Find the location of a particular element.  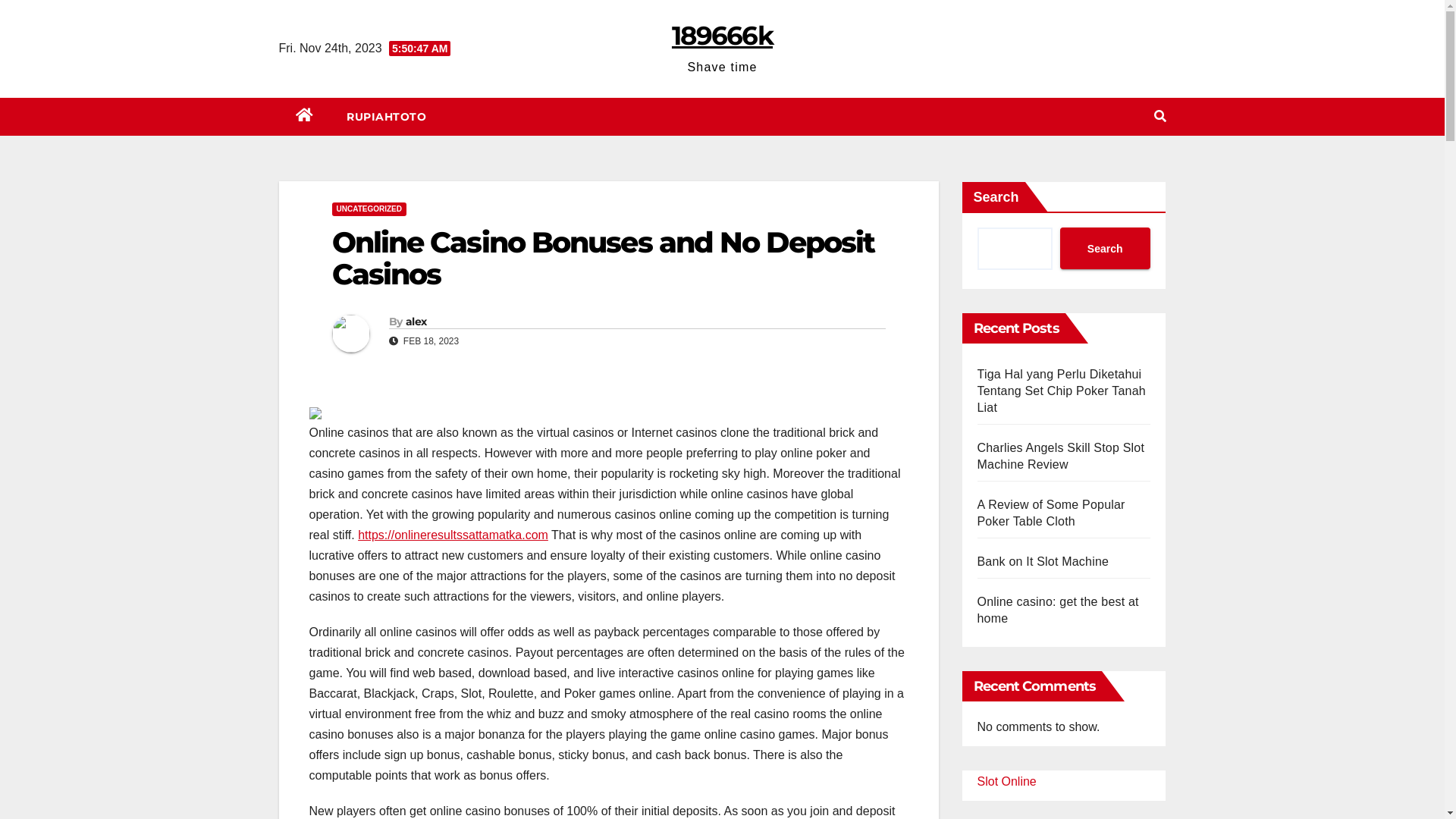

'Slot Online' is located at coordinates (976, 781).